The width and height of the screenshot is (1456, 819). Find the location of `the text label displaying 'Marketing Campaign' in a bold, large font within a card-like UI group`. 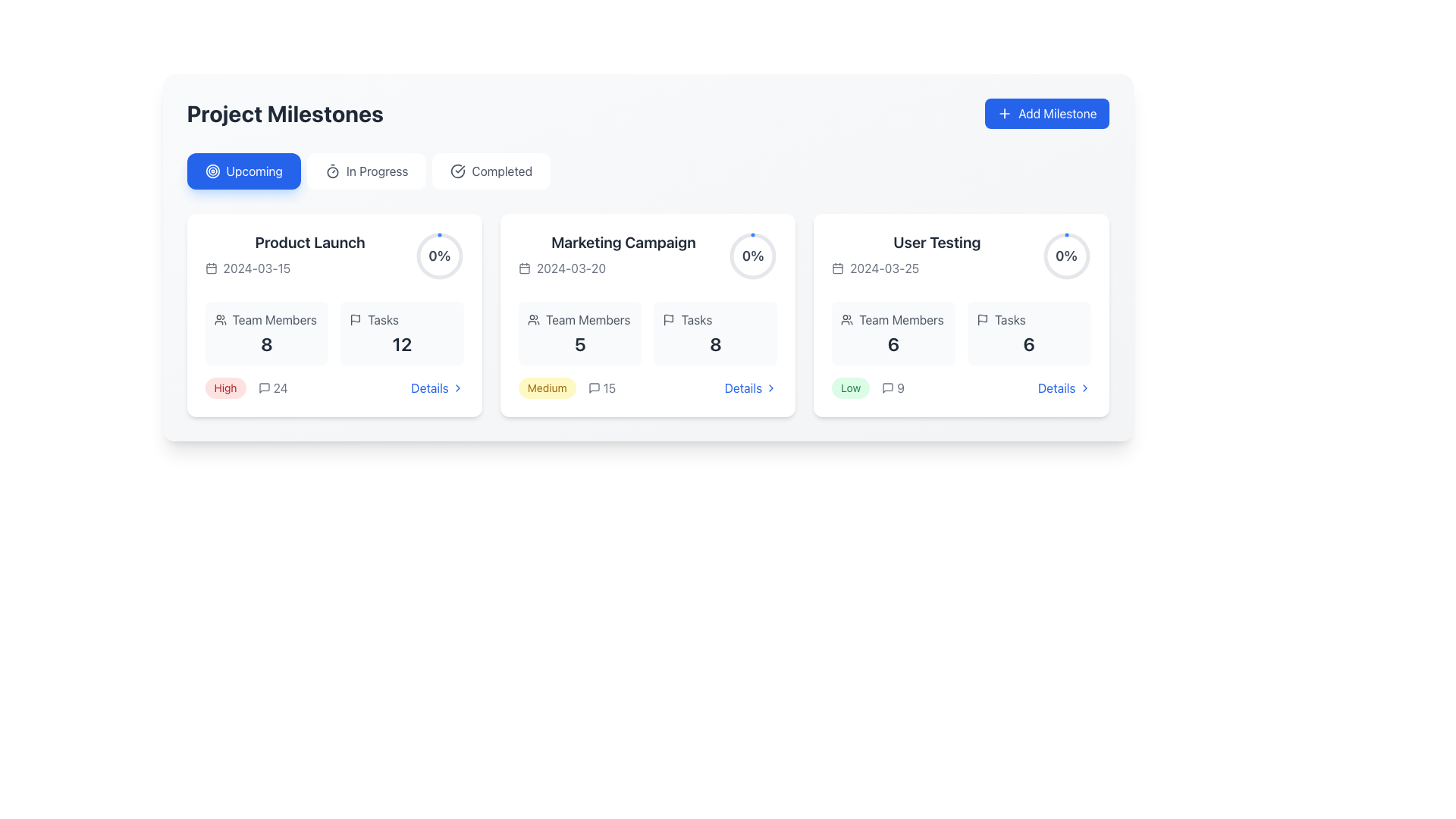

the text label displaying 'Marketing Campaign' in a bold, large font within a card-like UI group is located at coordinates (623, 242).